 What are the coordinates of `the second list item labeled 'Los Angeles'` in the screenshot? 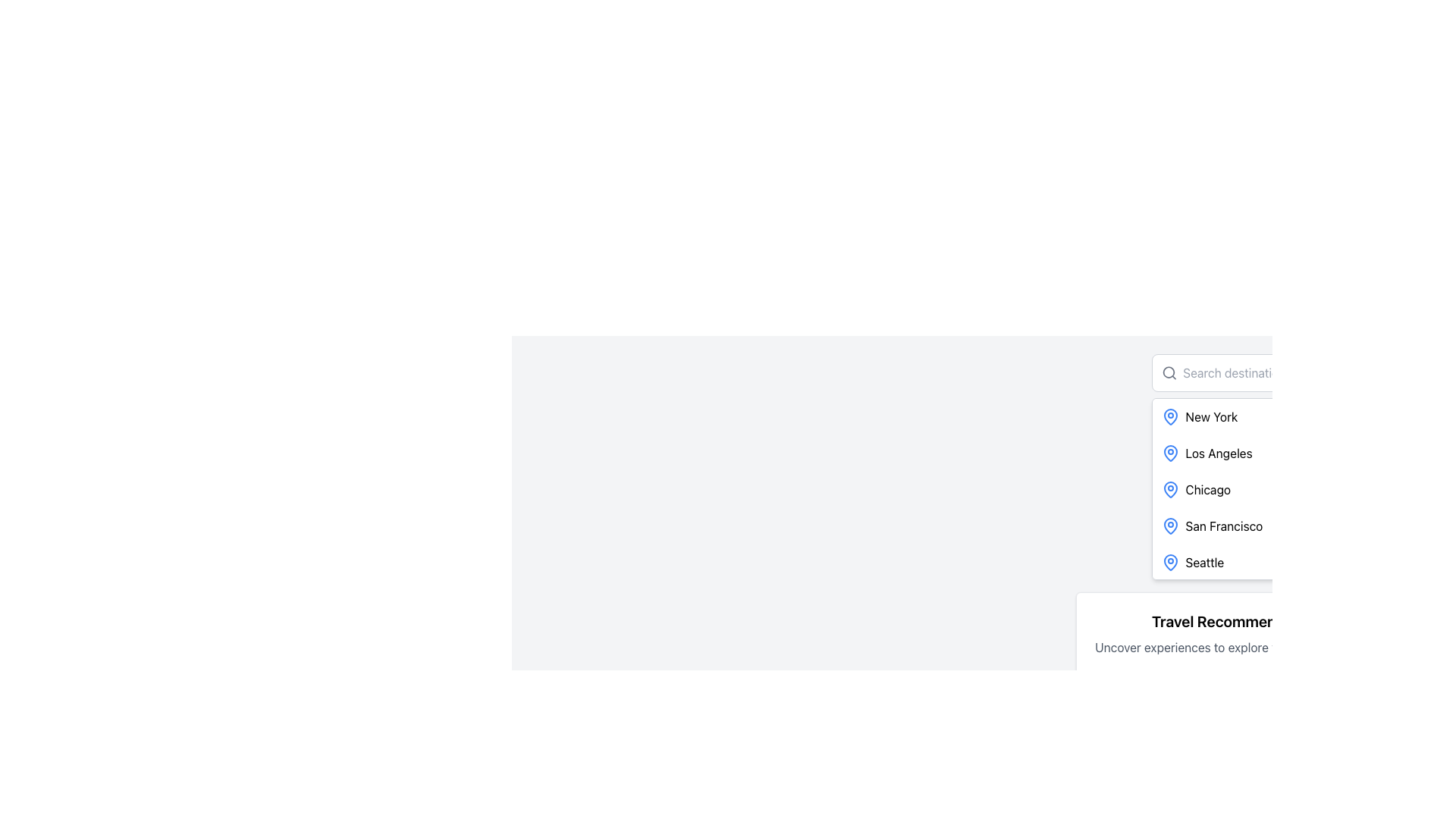 It's located at (1240, 466).